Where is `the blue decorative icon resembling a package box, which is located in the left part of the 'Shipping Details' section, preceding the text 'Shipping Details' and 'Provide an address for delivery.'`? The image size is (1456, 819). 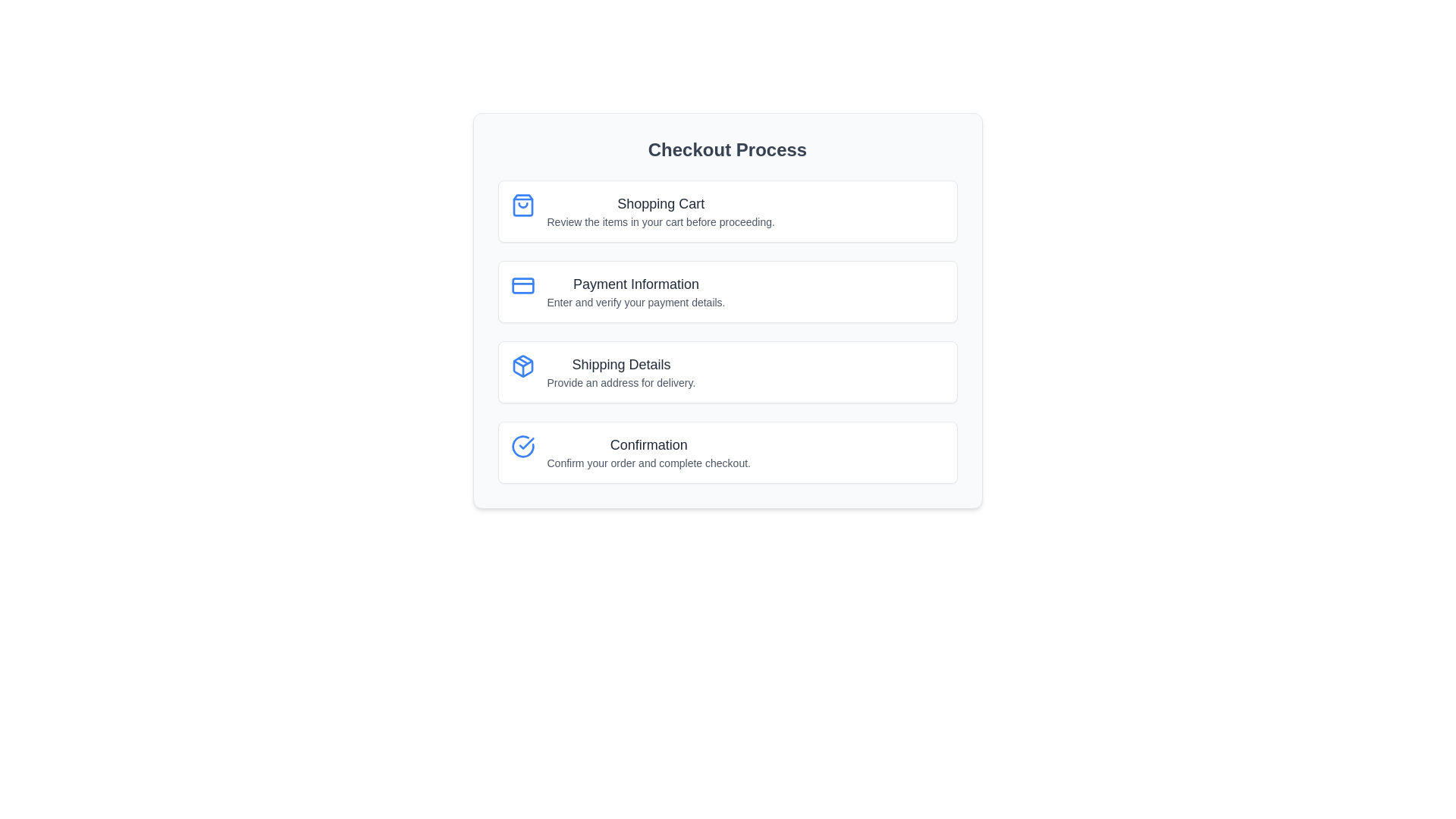 the blue decorative icon resembling a package box, which is located in the left part of the 'Shipping Details' section, preceding the text 'Shipping Details' and 'Provide an address for delivery.' is located at coordinates (522, 366).